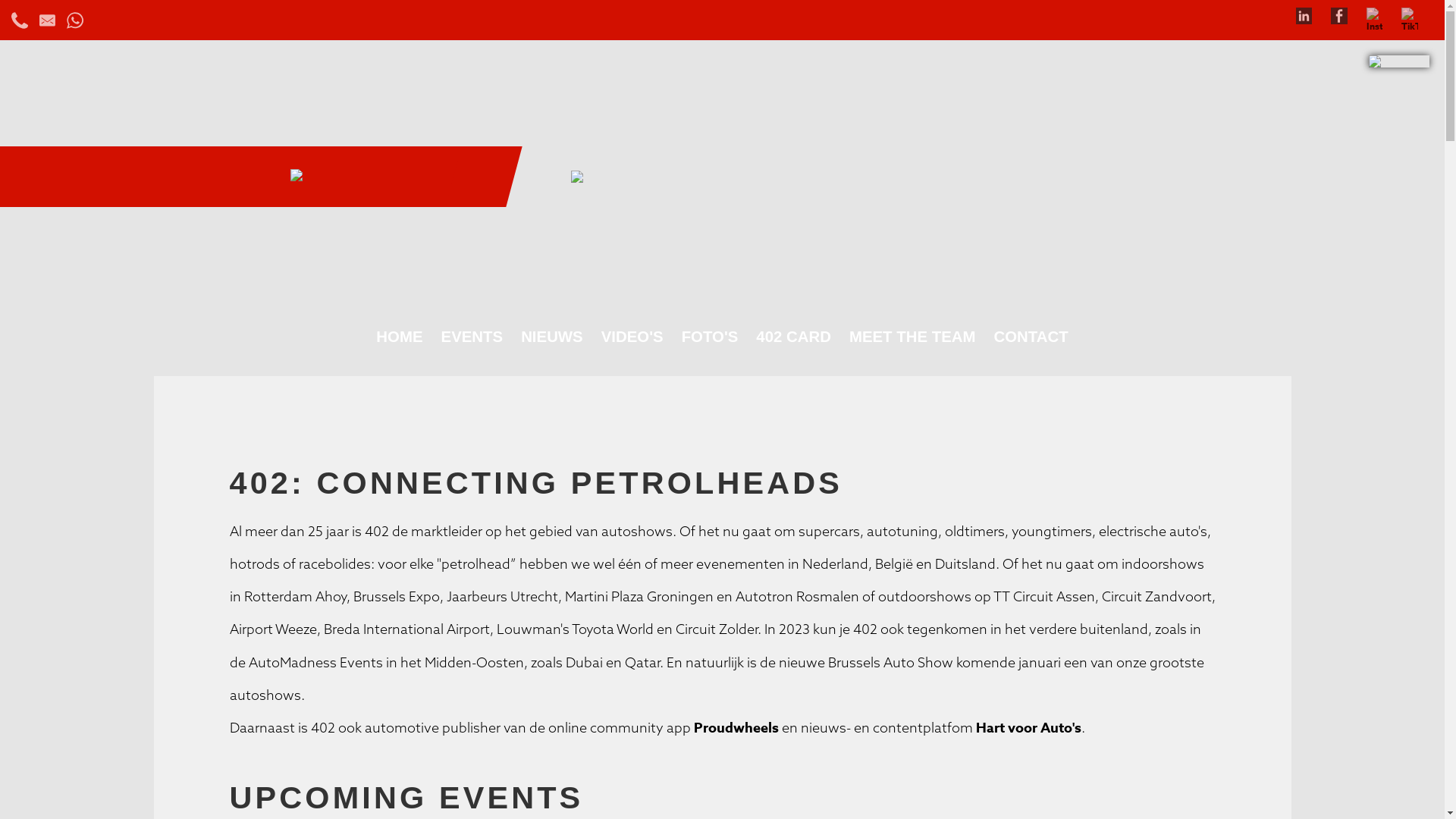 This screenshot has width=1456, height=819. I want to click on 'FOTO'S', so click(709, 336).